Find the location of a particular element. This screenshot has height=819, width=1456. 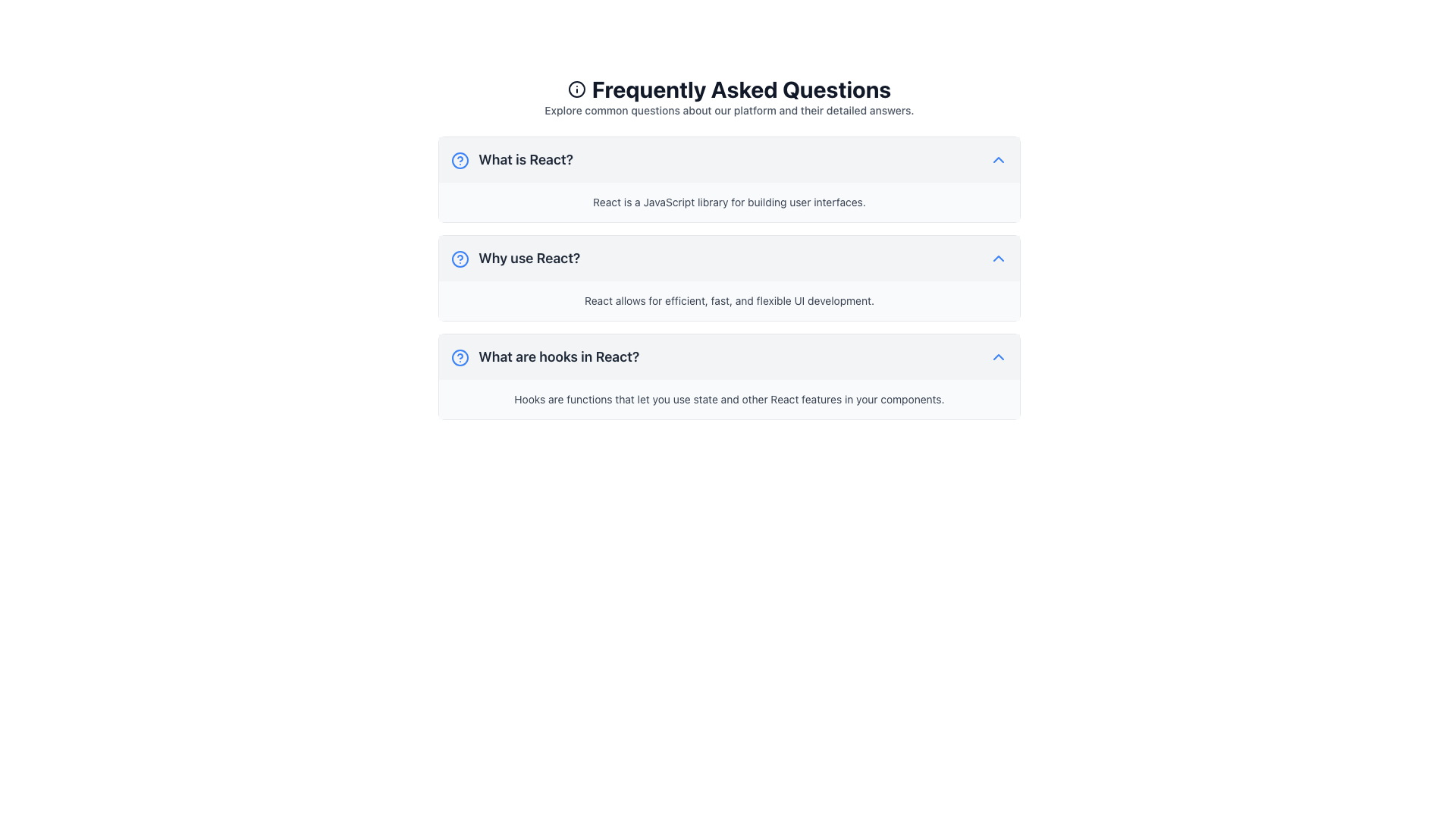

the blue circular icon with a question mark at the center, located next to the text 'Why use React?' in the second list item is located at coordinates (459, 259).